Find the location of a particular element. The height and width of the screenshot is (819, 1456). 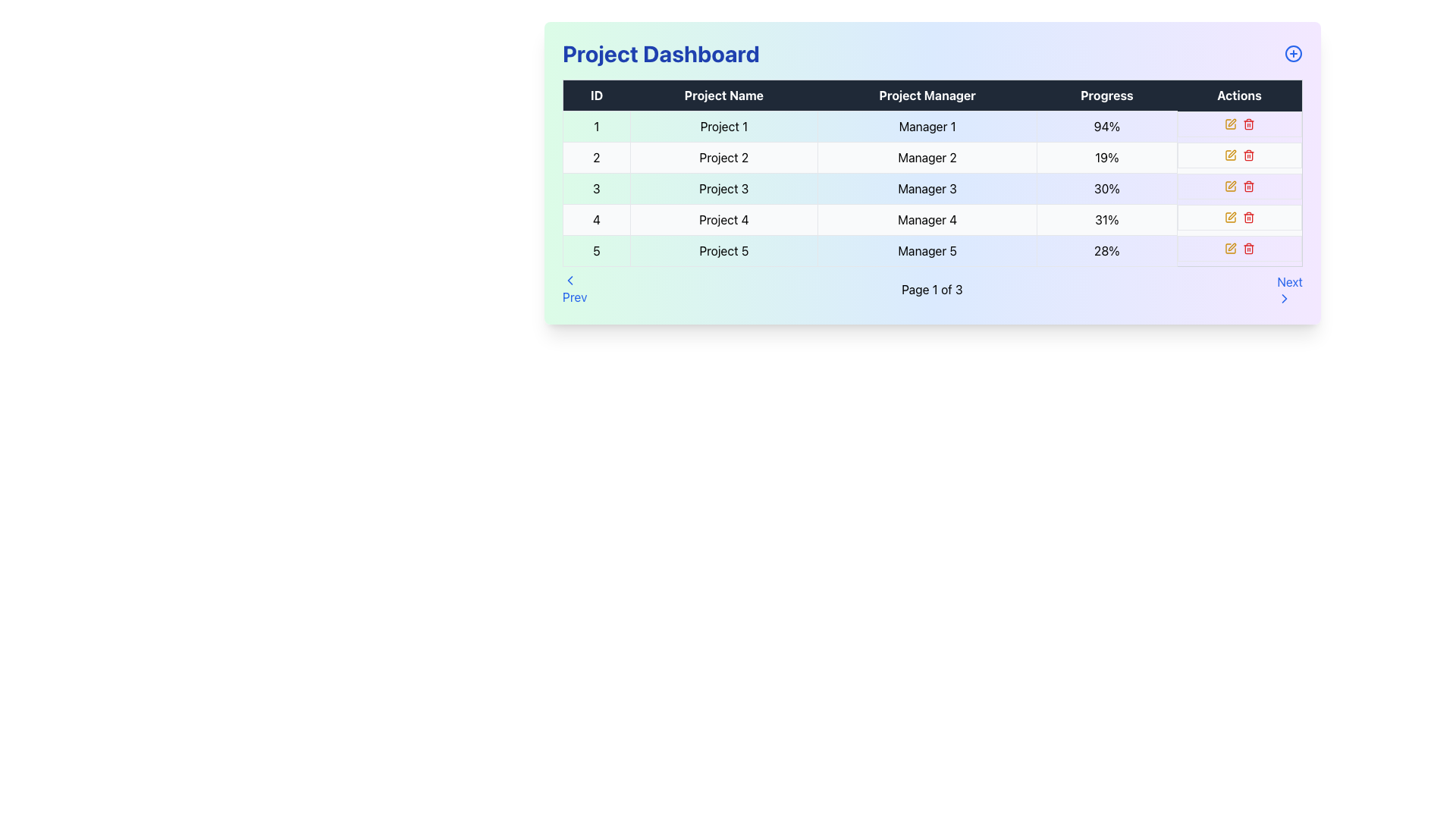

the button located at the top-right corner of the table, closely aligned with the header of the 'Actions' column is located at coordinates (1292, 52).